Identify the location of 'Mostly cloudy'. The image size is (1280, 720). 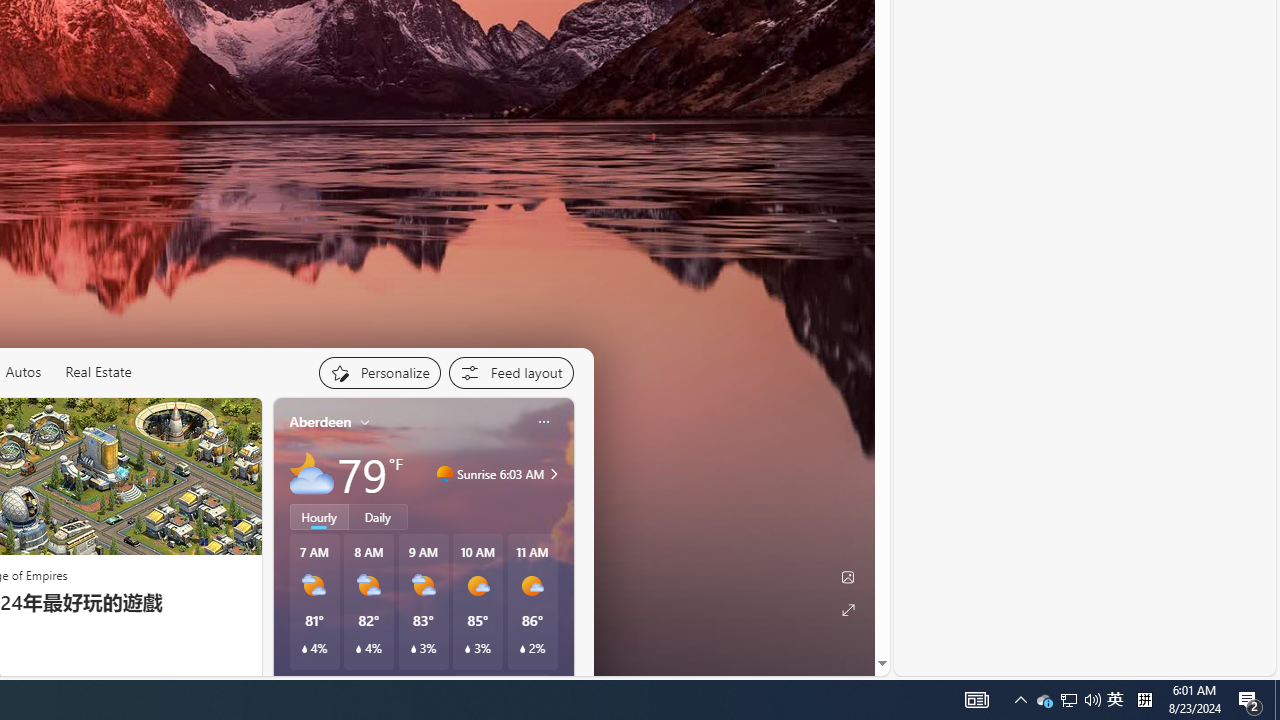
(310, 474).